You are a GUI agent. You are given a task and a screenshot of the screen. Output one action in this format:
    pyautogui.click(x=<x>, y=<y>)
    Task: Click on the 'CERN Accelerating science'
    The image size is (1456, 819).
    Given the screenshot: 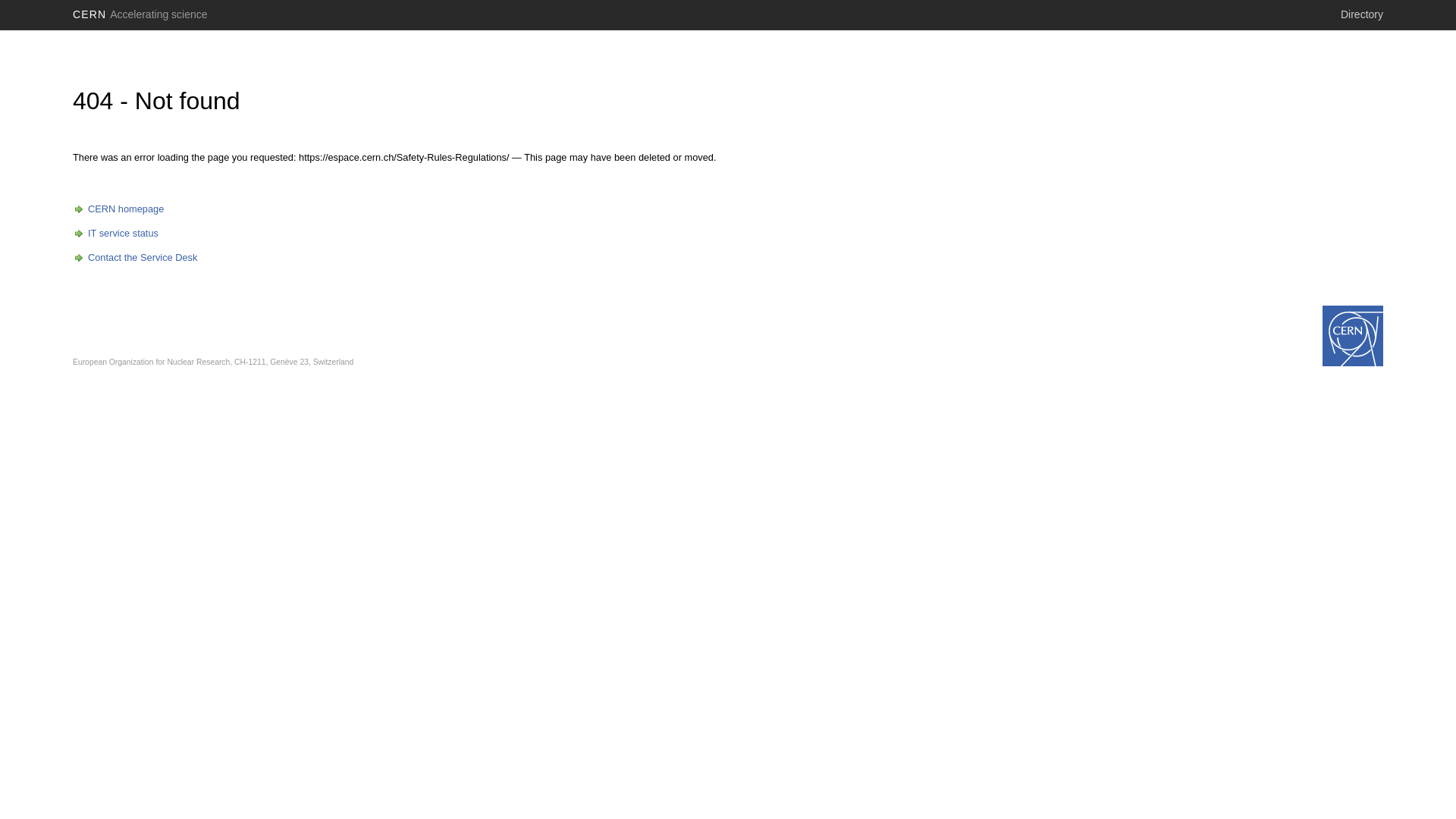 What is the action you would take?
    pyautogui.click(x=140, y=14)
    